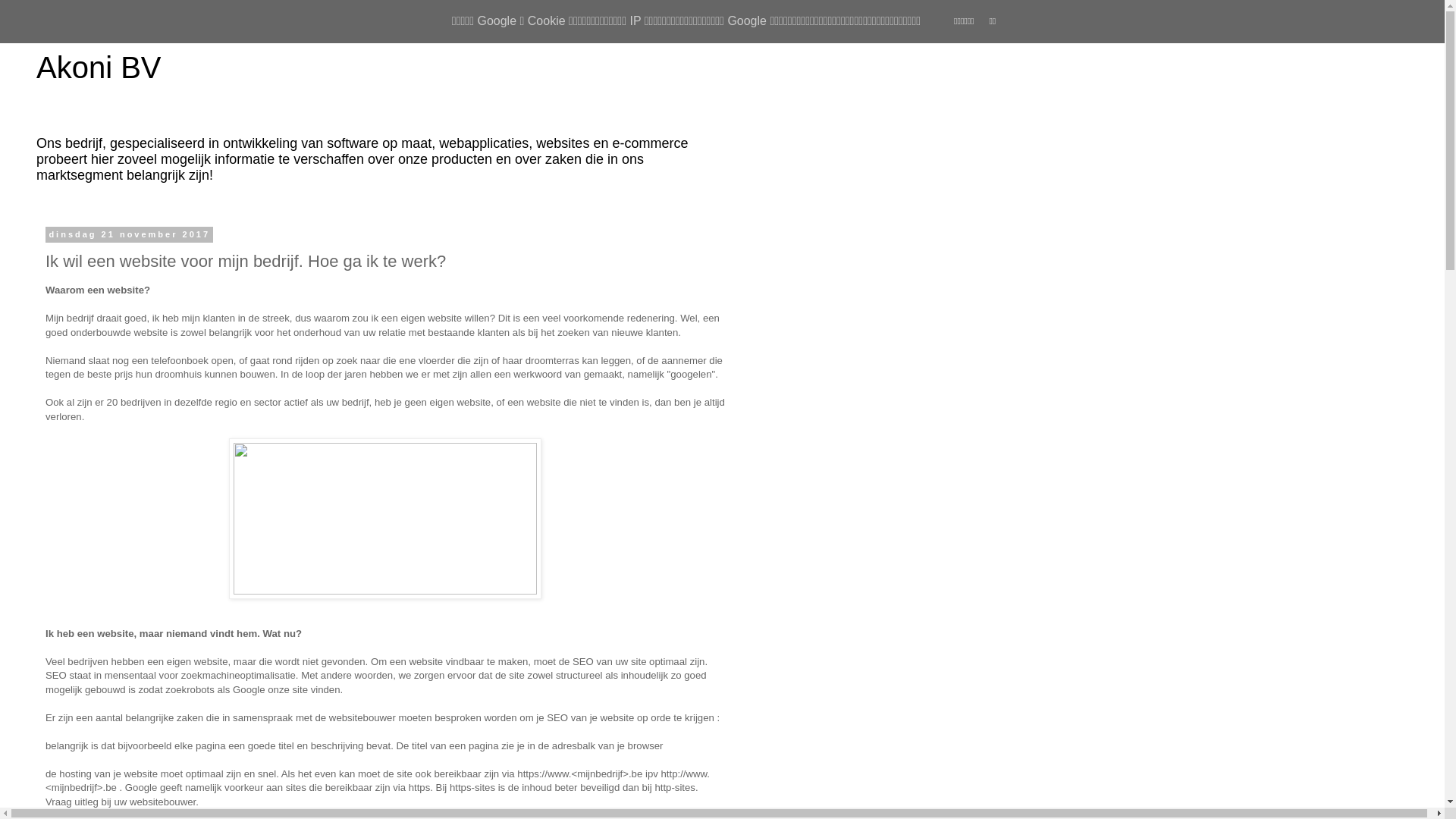 Image resolution: width=1456 pixels, height=819 pixels. What do you see at coordinates (98, 66) in the screenshot?
I see `'Akoni BV'` at bounding box center [98, 66].